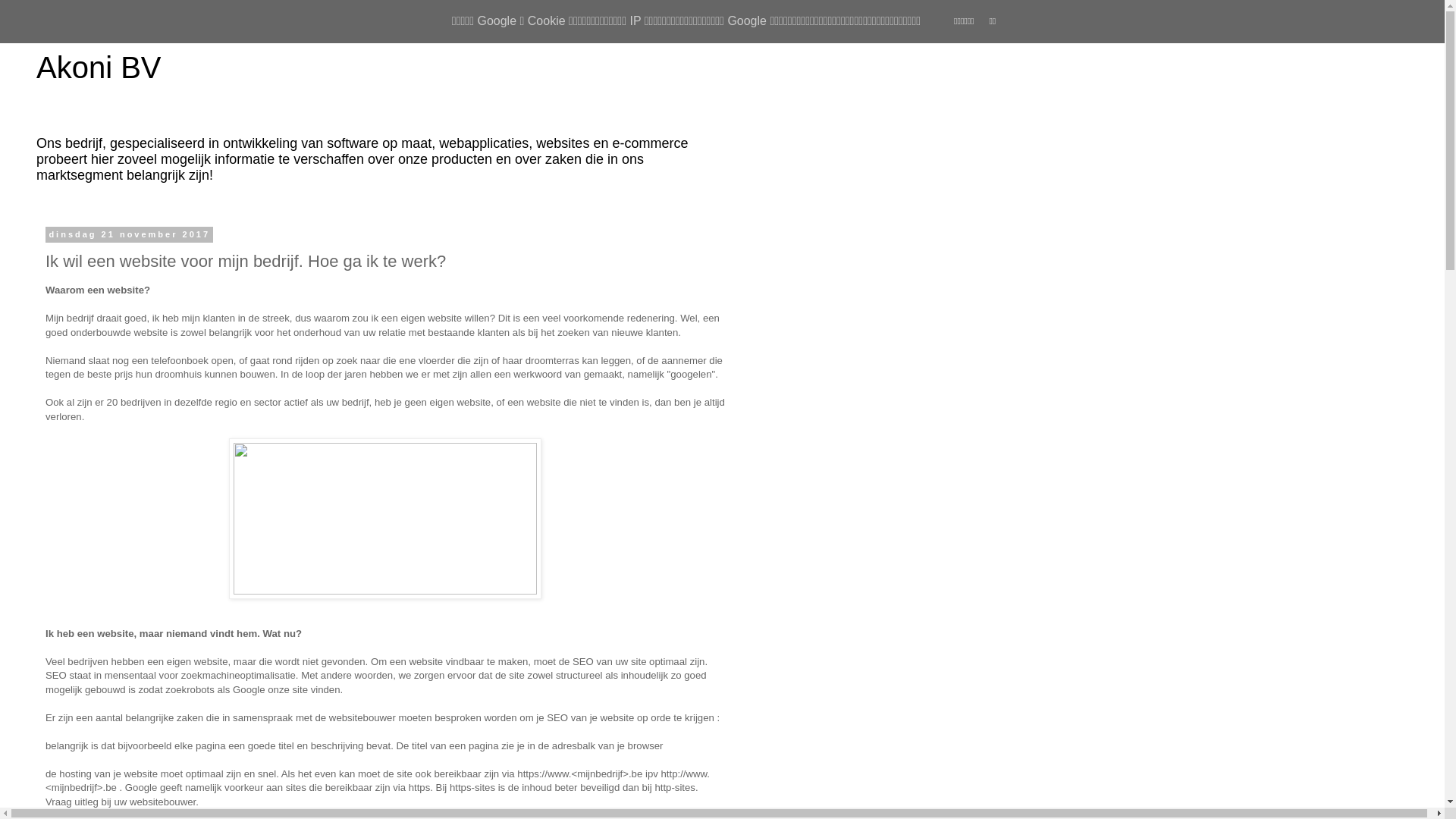 Image resolution: width=1456 pixels, height=819 pixels. What do you see at coordinates (98, 66) in the screenshot?
I see `'Akoni BV'` at bounding box center [98, 66].